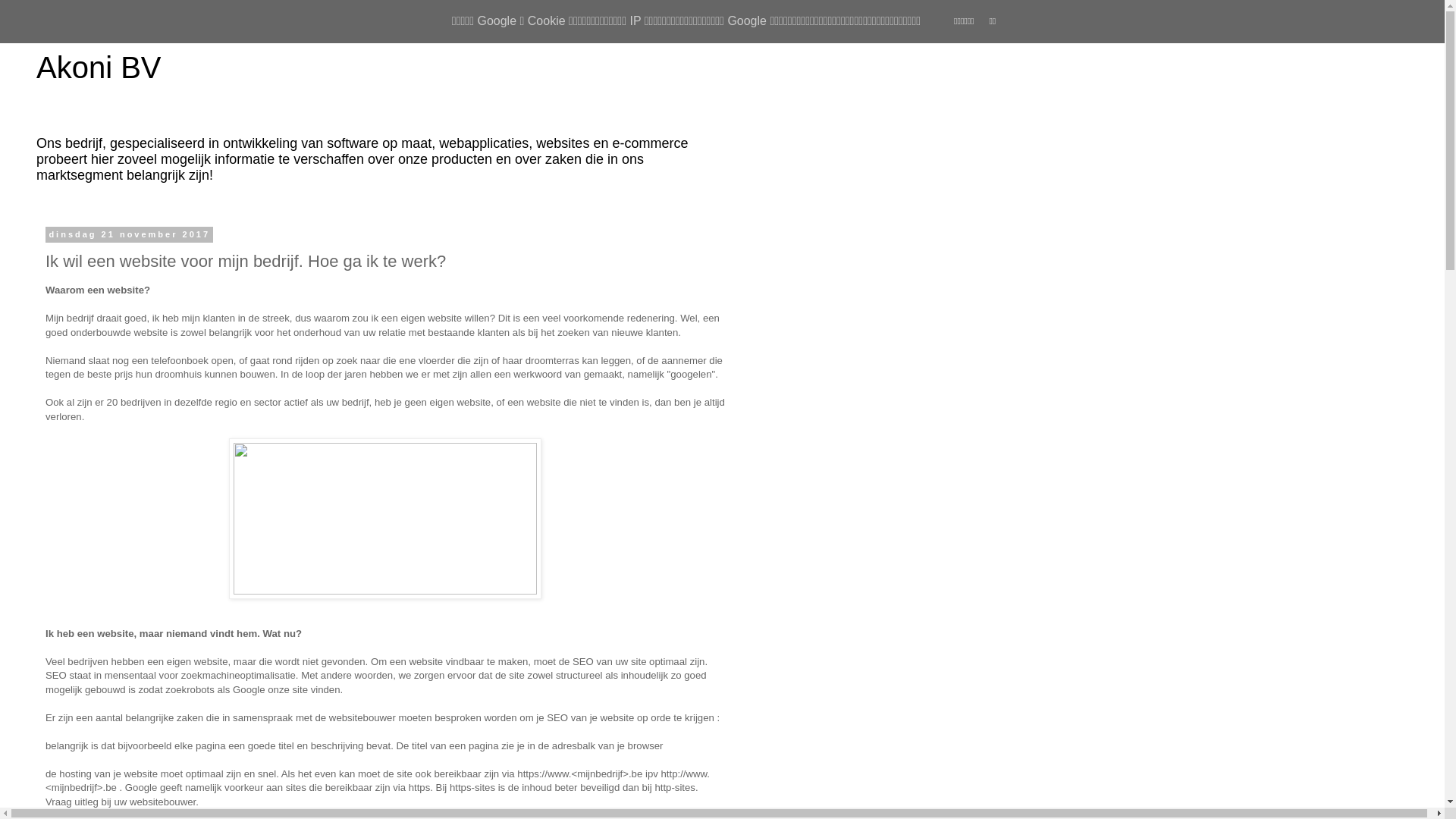 Image resolution: width=1456 pixels, height=819 pixels. What do you see at coordinates (98, 66) in the screenshot?
I see `'Akoni BV'` at bounding box center [98, 66].